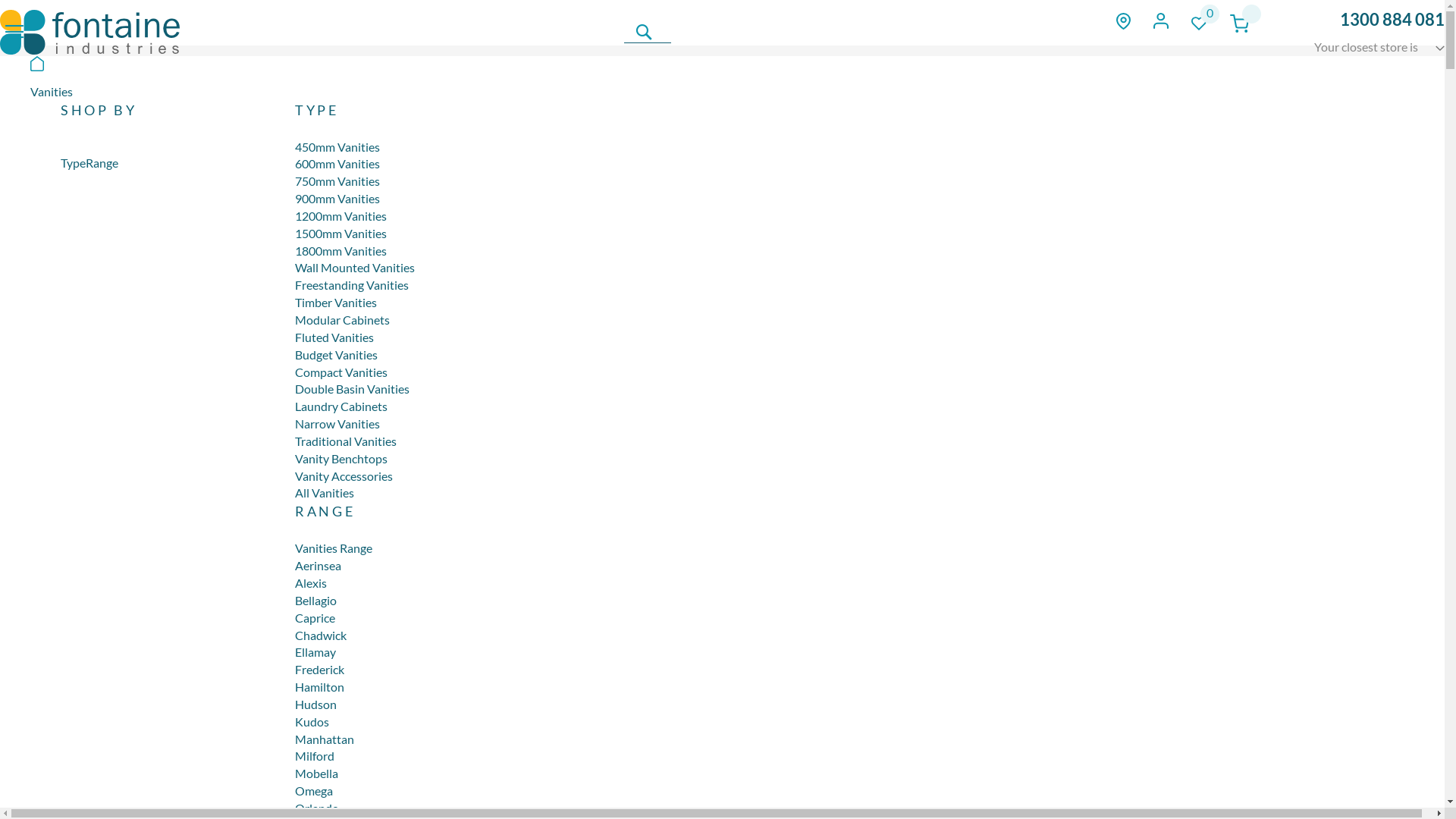  Describe the element at coordinates (1392, 19) in the screenshot. I see `'1300 884 081'` at that location.